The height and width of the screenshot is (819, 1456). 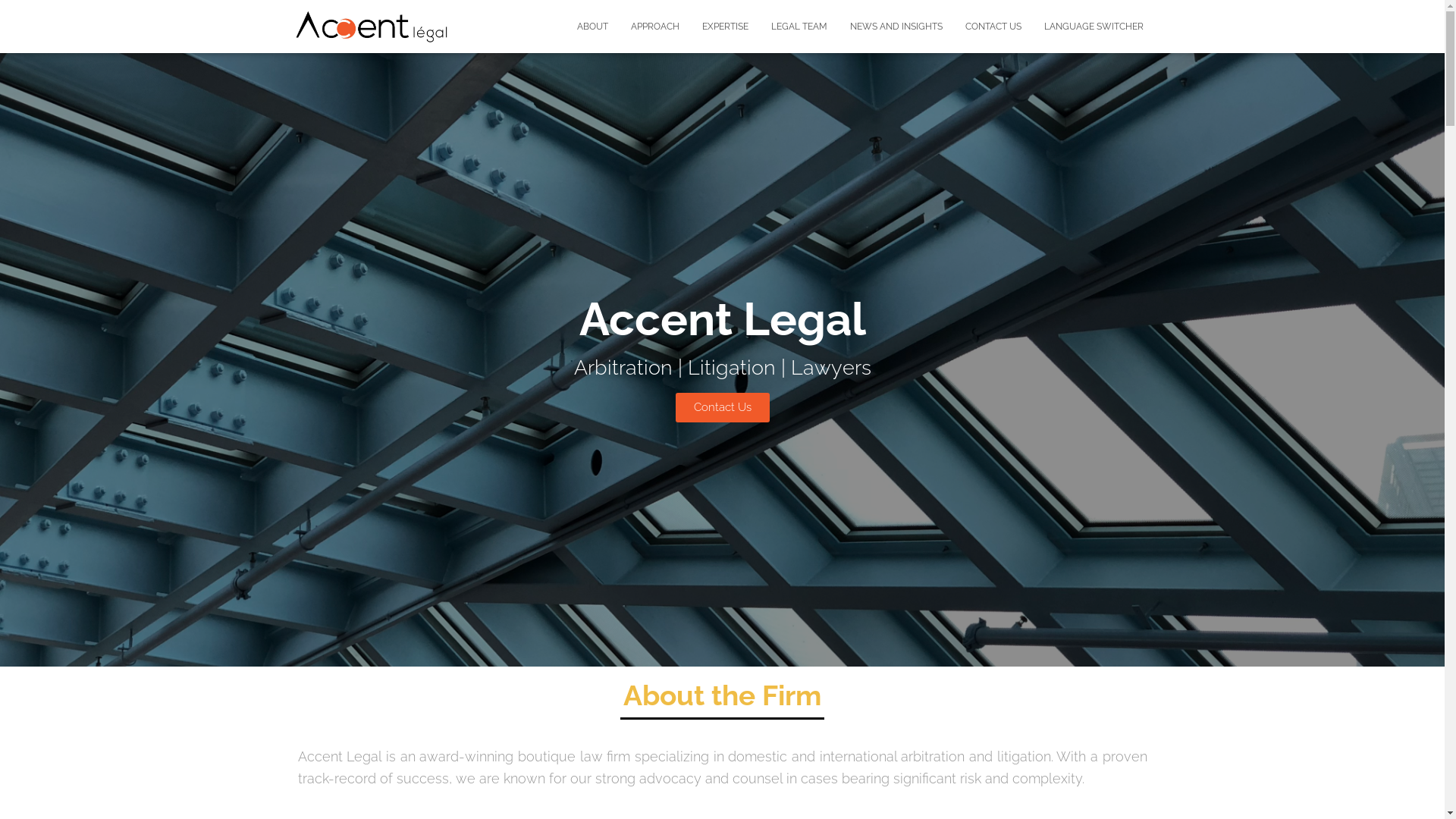 I want to click on 'ABOUT', so click(x=591, y=26).